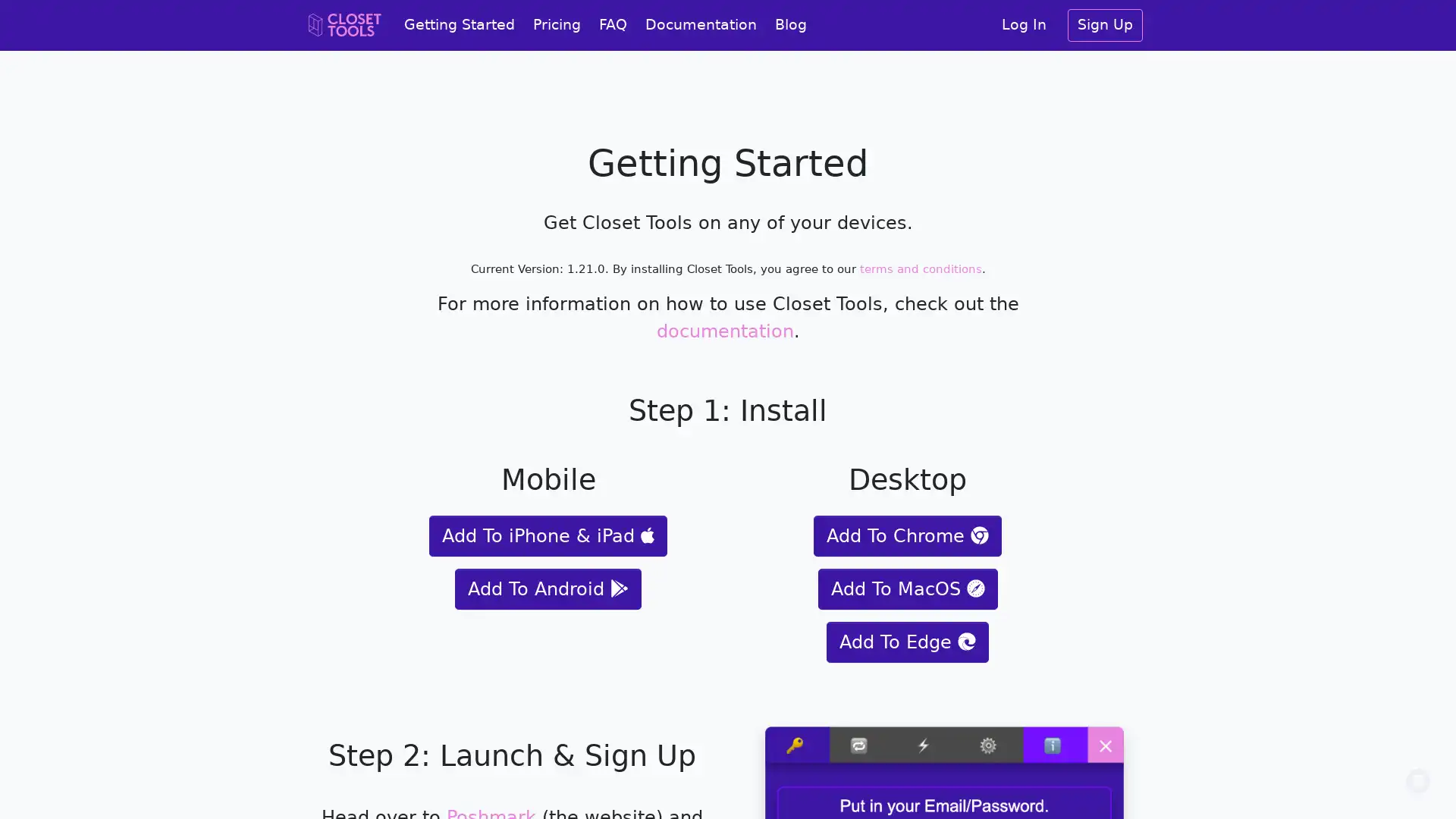 The image size is (1456, 819). Describe the element at coordinates (548, 534) in the screenshot. I see `Add To iPhone & iPad` at that location.